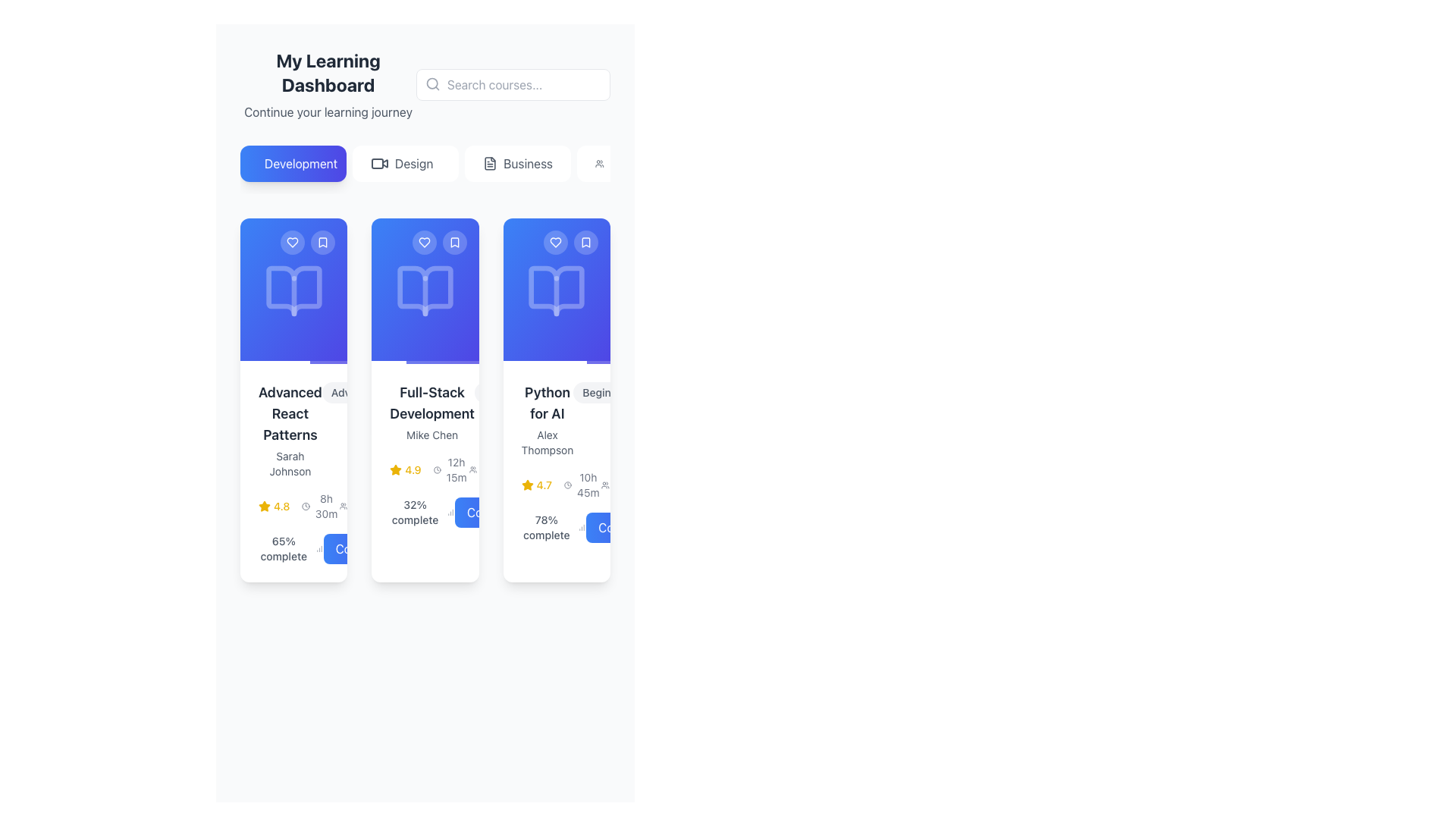  What do you see at coordinates (274, 506) in the screenshot?
I see `the displayed rating of '4.8' represented by a yellow star icon in the 'Advanced React Patterns' card` at bounding box center [274, 506].